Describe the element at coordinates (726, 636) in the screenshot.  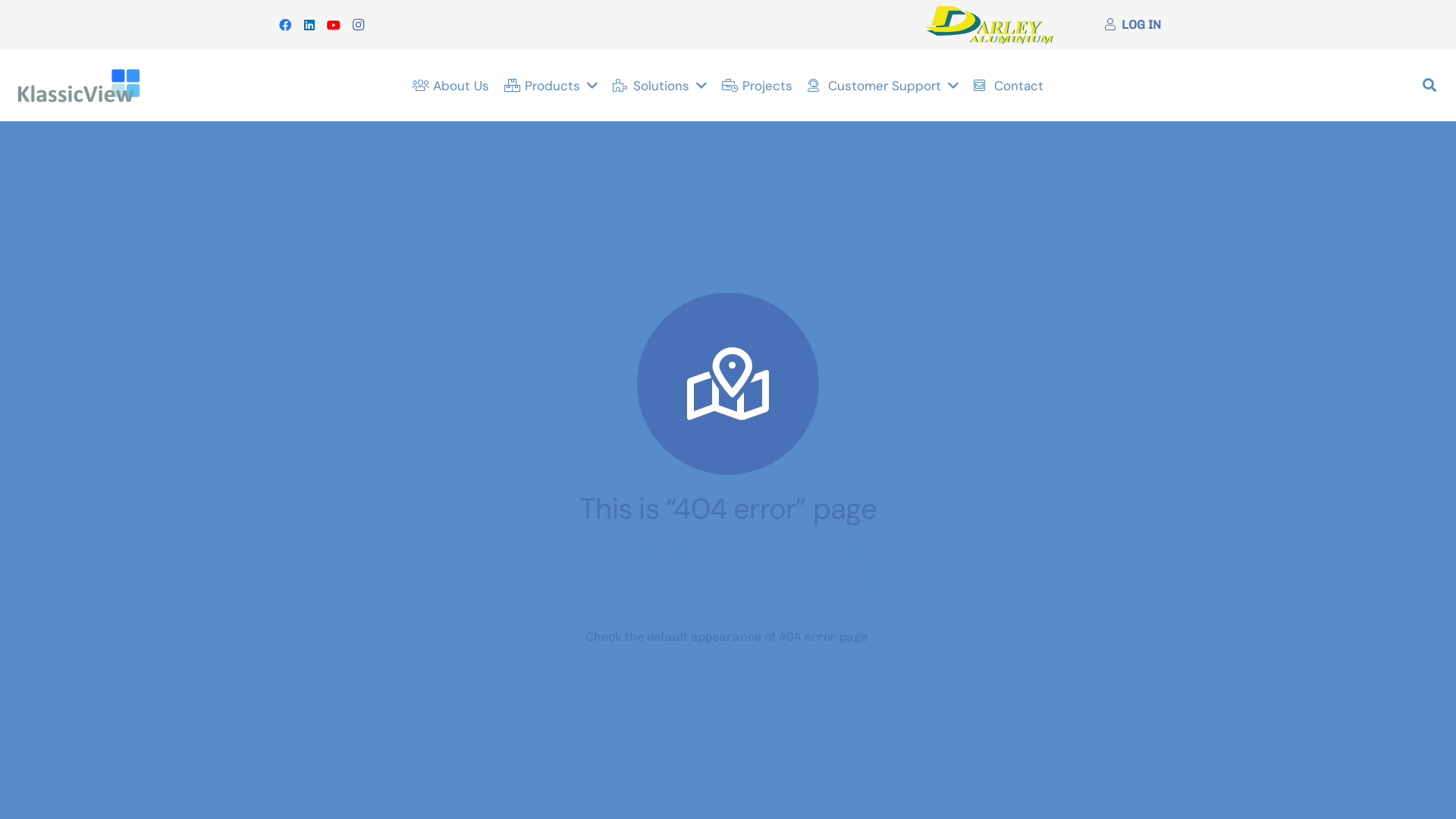
I see `'Check the default appearance of 404 error page'` at that location.